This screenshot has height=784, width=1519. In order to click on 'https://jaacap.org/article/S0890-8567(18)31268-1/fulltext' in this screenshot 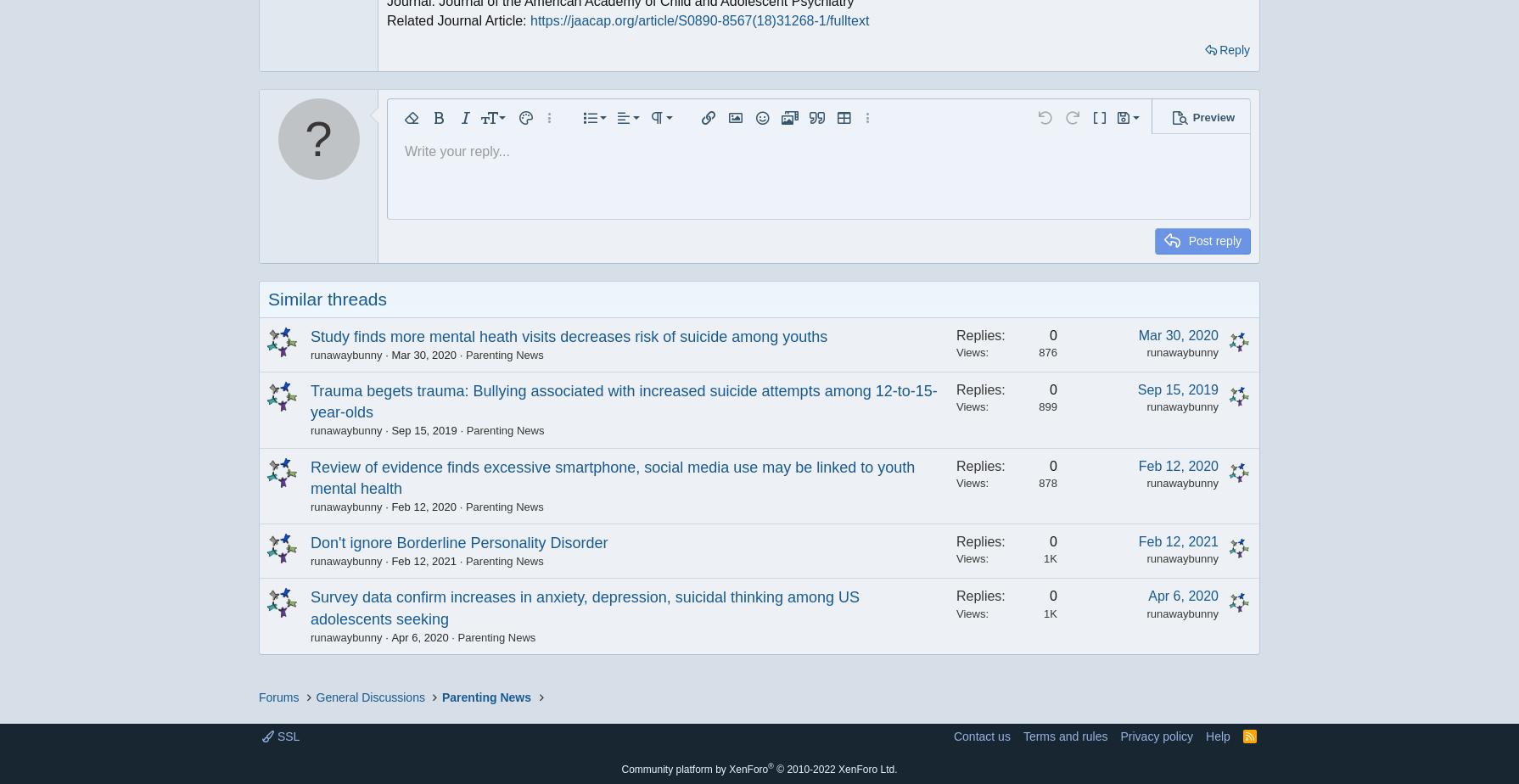, I will do `click(698, 20)`.